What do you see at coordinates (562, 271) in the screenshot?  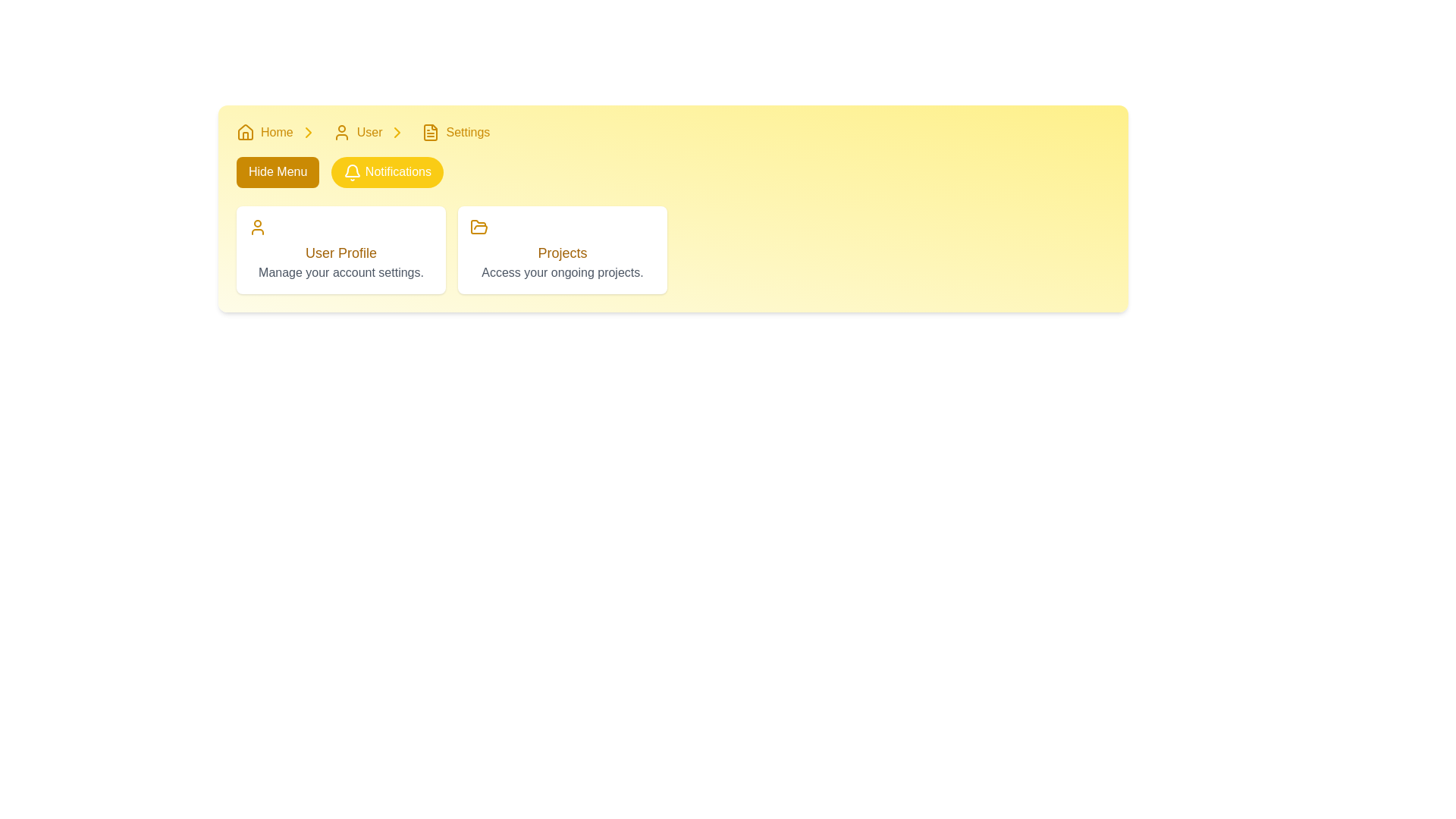 I see `the informational text indicating the purpose or details of accessing ongoing projects, which is located beneath the 'Projects' text within a white rectangular card with rounded corners` at bounding box center [562, 271].